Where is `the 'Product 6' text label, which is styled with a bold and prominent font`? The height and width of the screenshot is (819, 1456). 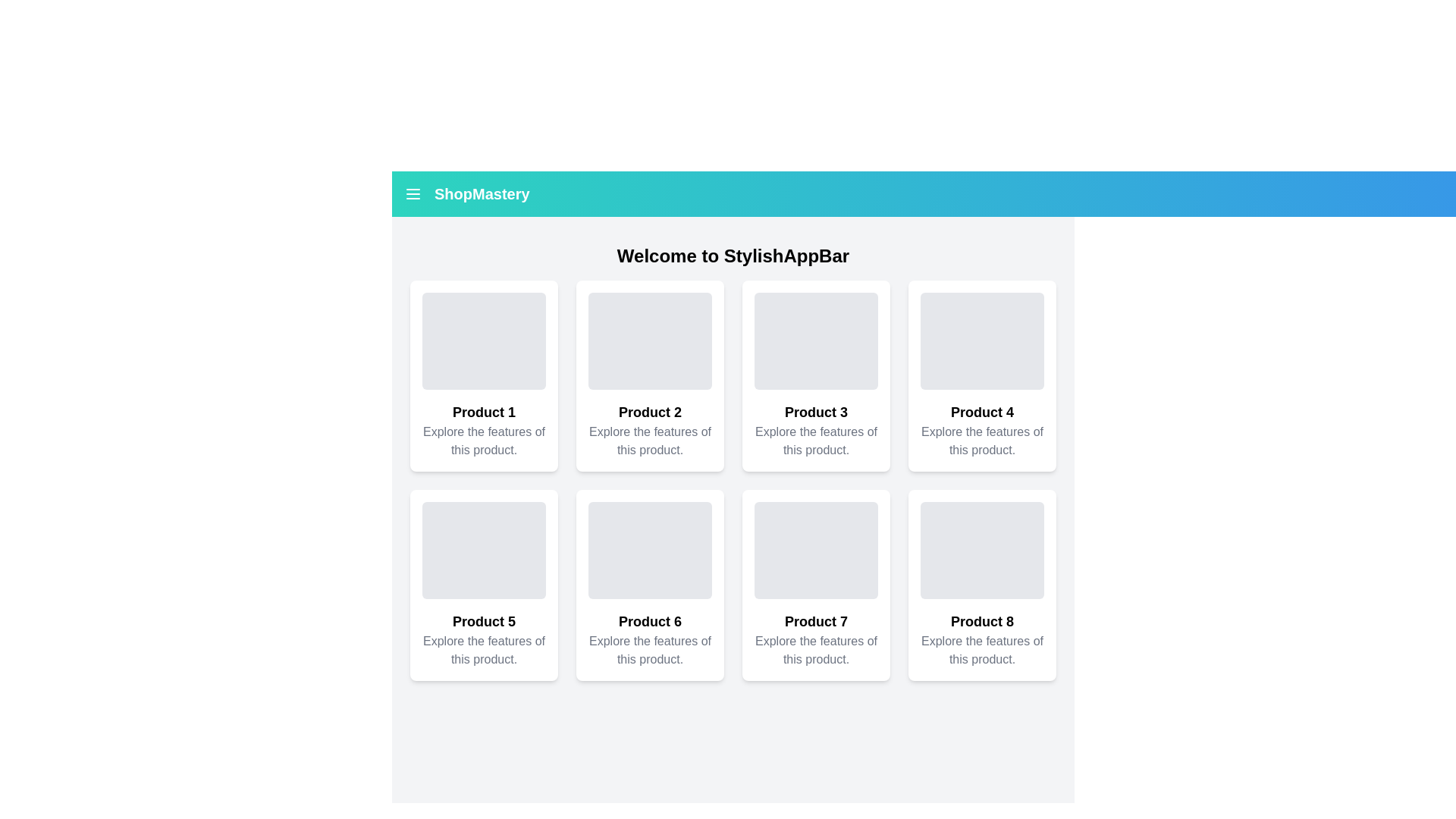
the 'Product 6' text label, which is styled with a bold and prominent font is located at coordinates (650, 622).